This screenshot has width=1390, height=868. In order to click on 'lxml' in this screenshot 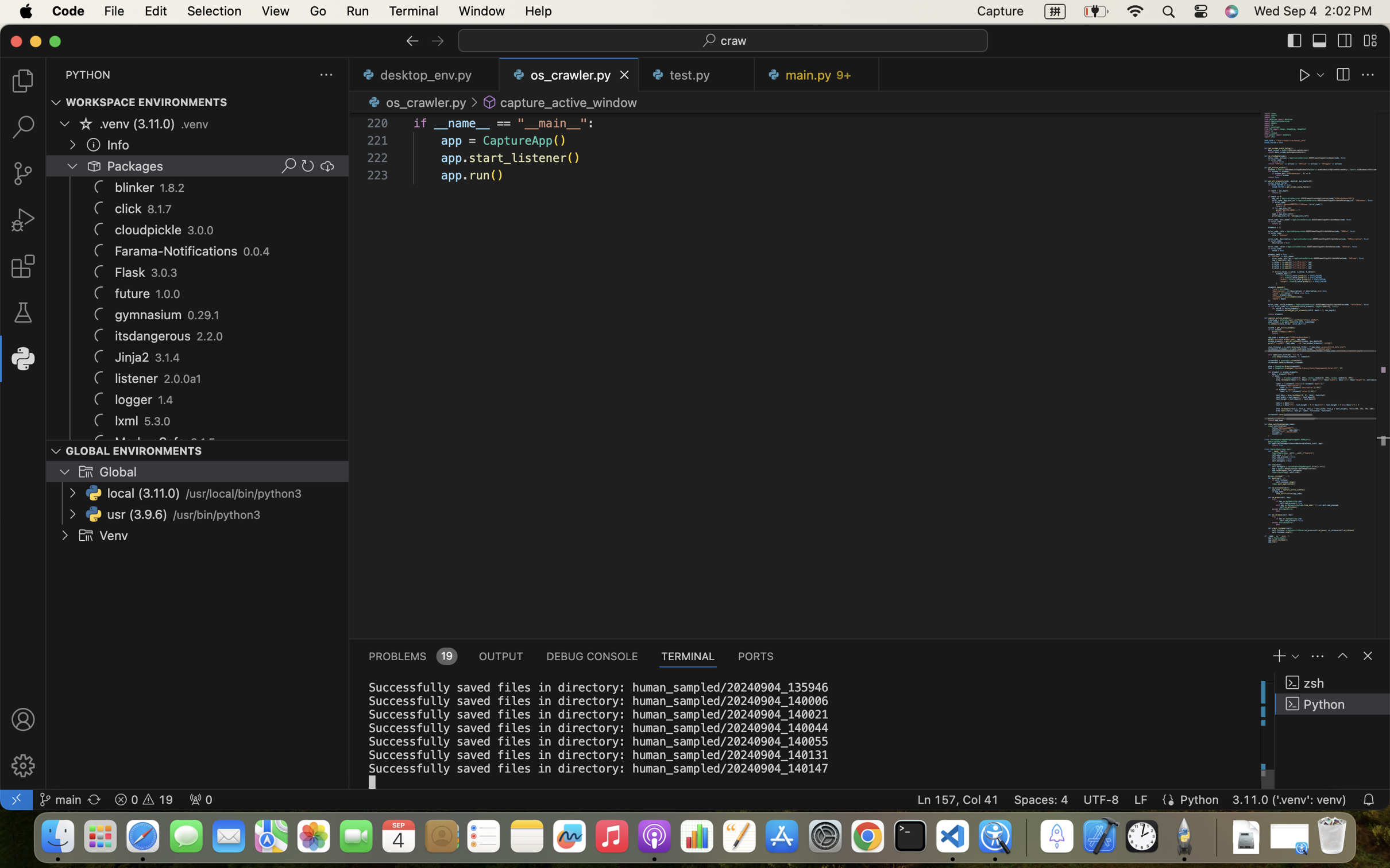, I will do `click(126, 420)`.